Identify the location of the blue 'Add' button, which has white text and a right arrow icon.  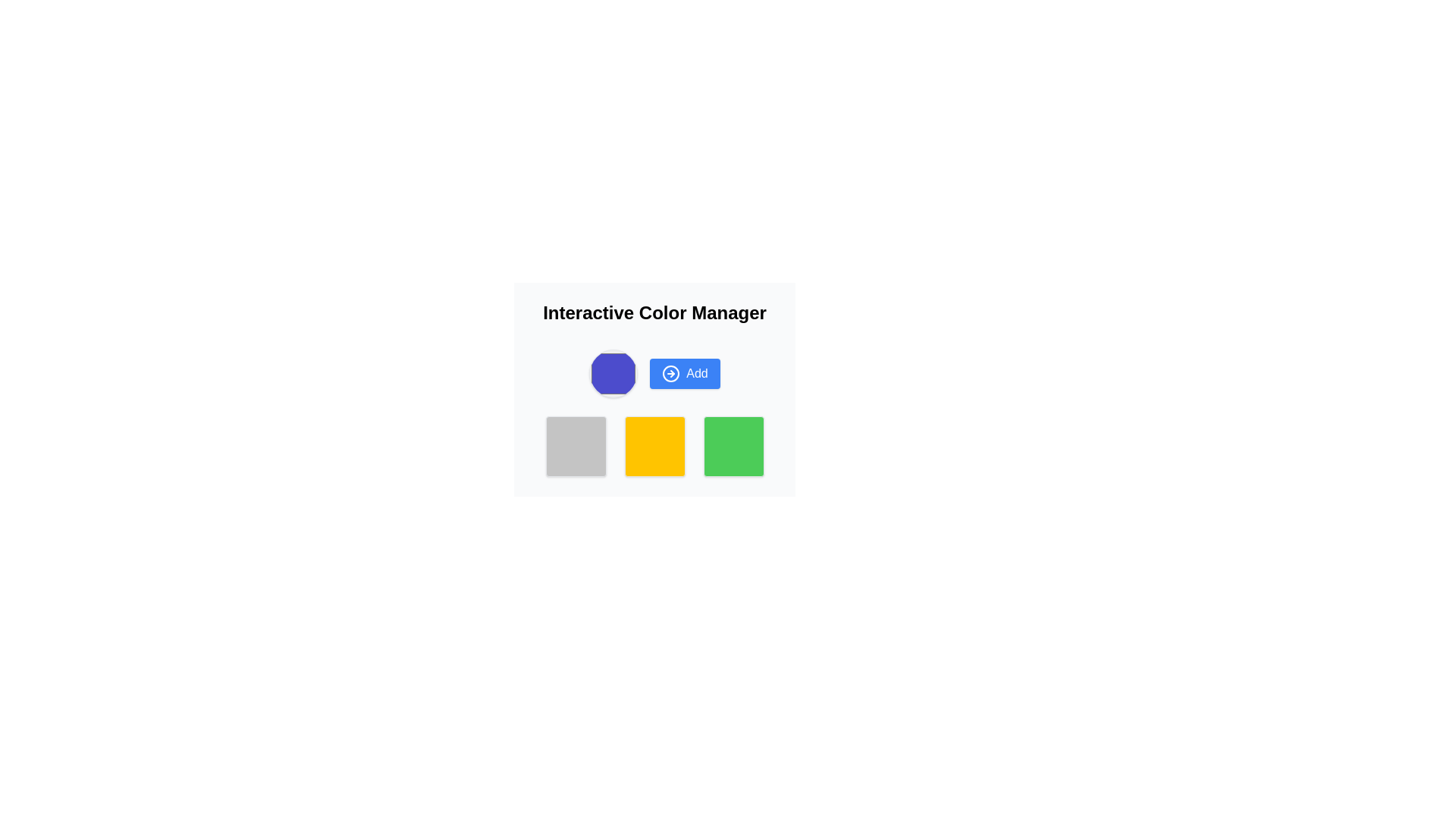
(684, 374).